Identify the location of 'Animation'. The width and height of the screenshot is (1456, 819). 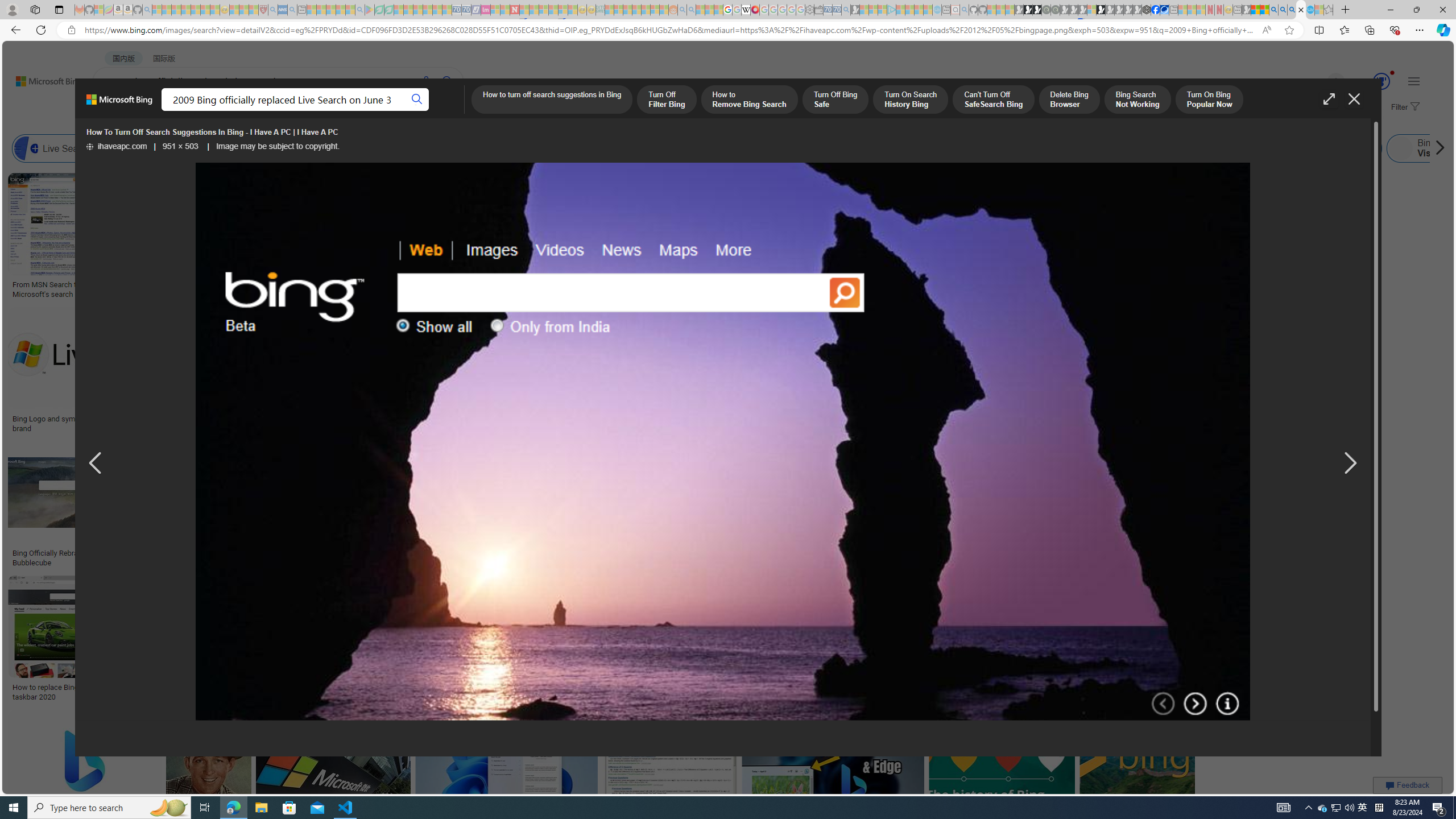
(1392, 72).